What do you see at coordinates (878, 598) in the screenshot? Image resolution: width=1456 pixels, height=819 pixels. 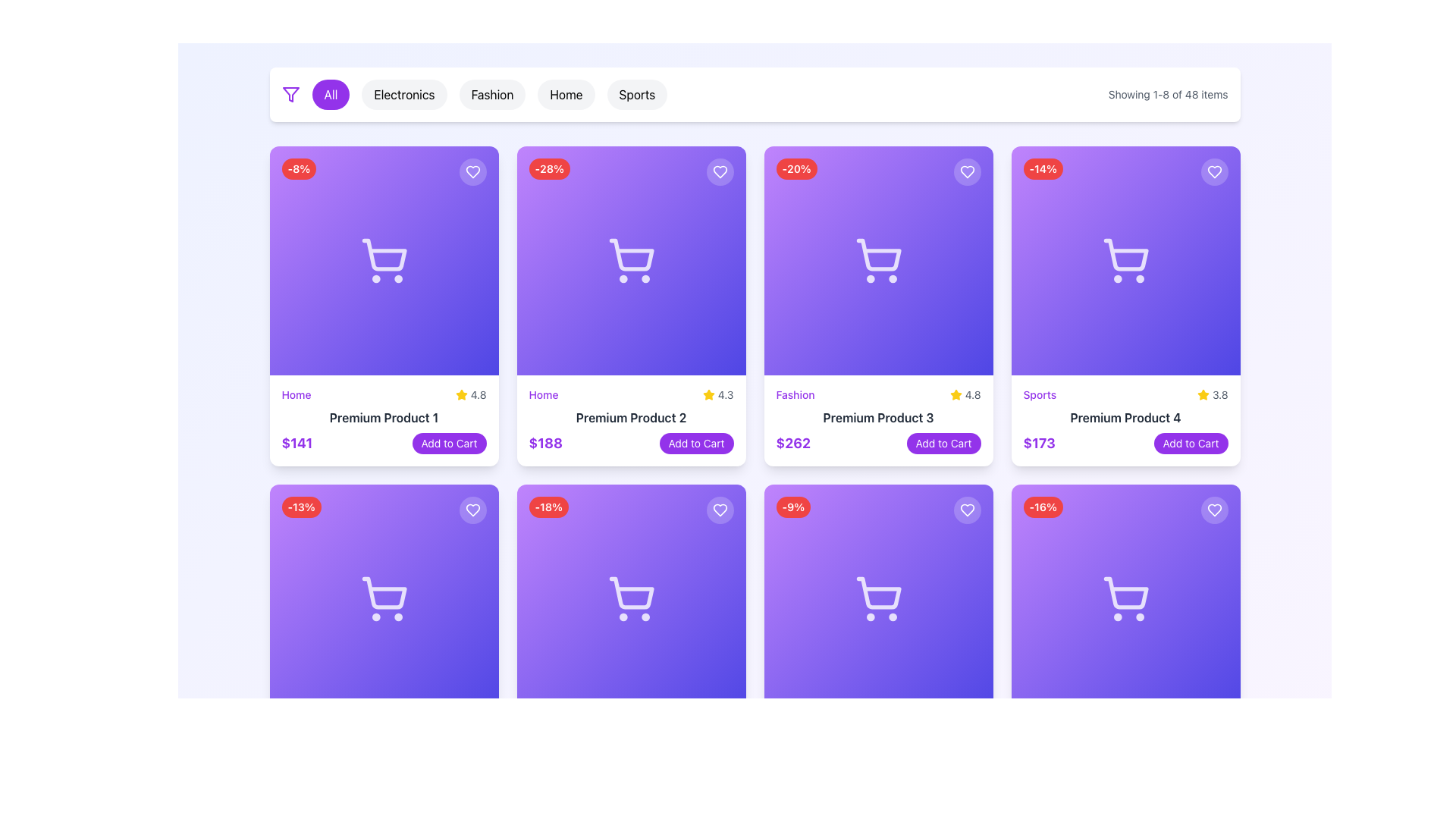 I see `the interactive product display element with a gradient background, featuring a shopping cart icon and a red badge showing '-9%', located in the fourth row and fourth column of the product listings` at bounding box center [878, 598].